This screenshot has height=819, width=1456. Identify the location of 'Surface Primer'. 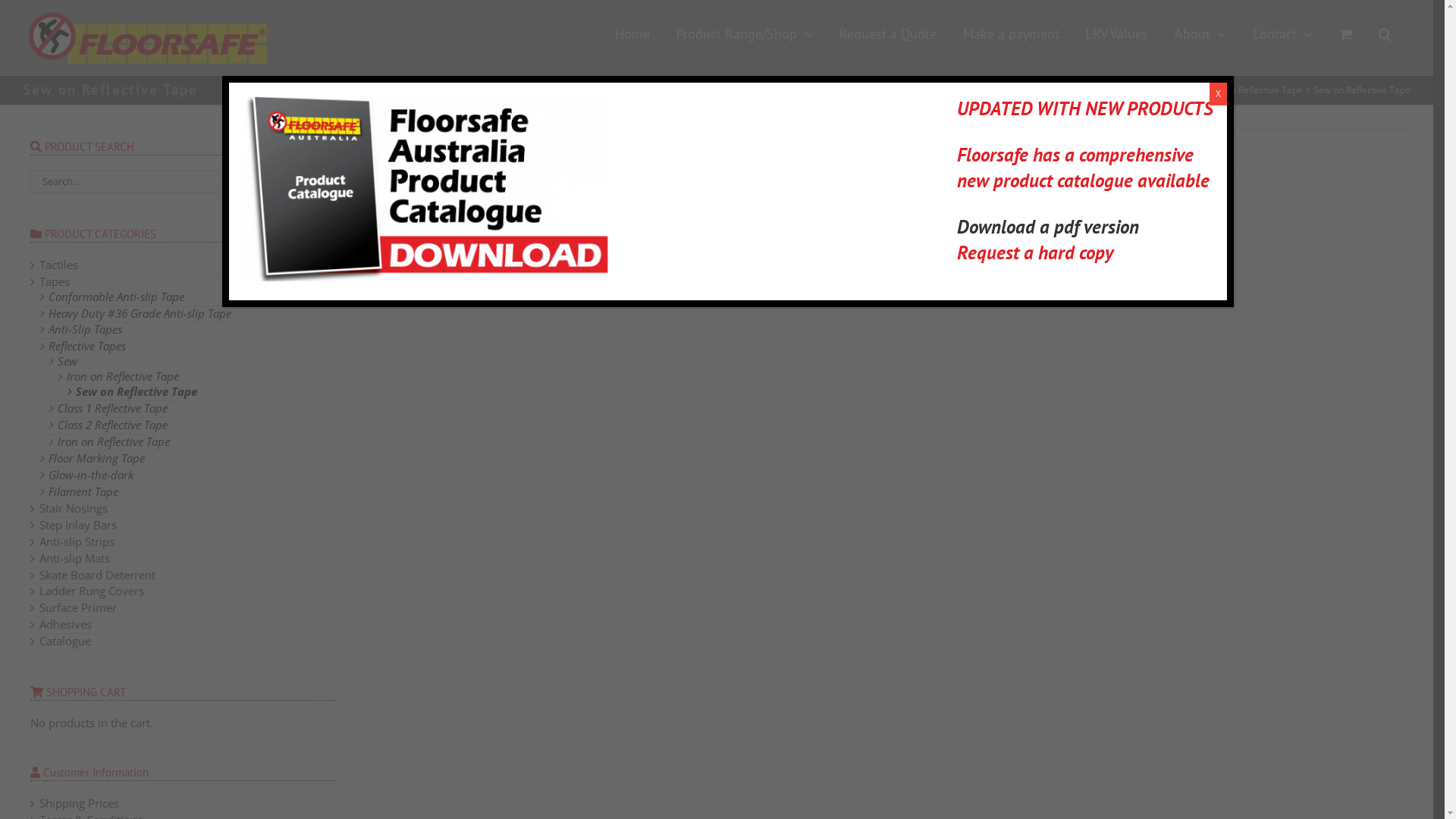
(77, 607).